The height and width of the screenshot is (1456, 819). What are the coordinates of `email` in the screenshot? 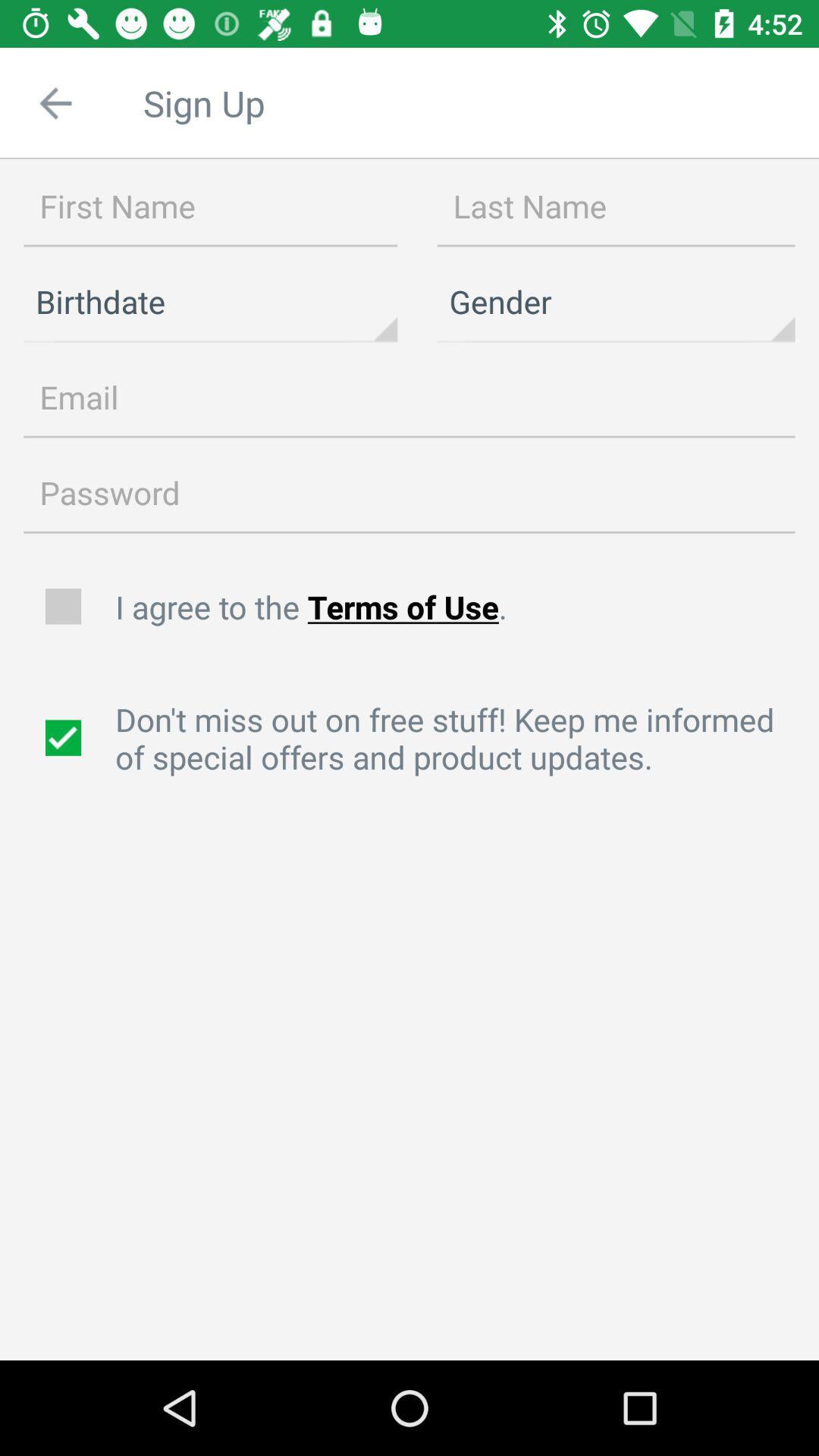 It's located at (409, 397).